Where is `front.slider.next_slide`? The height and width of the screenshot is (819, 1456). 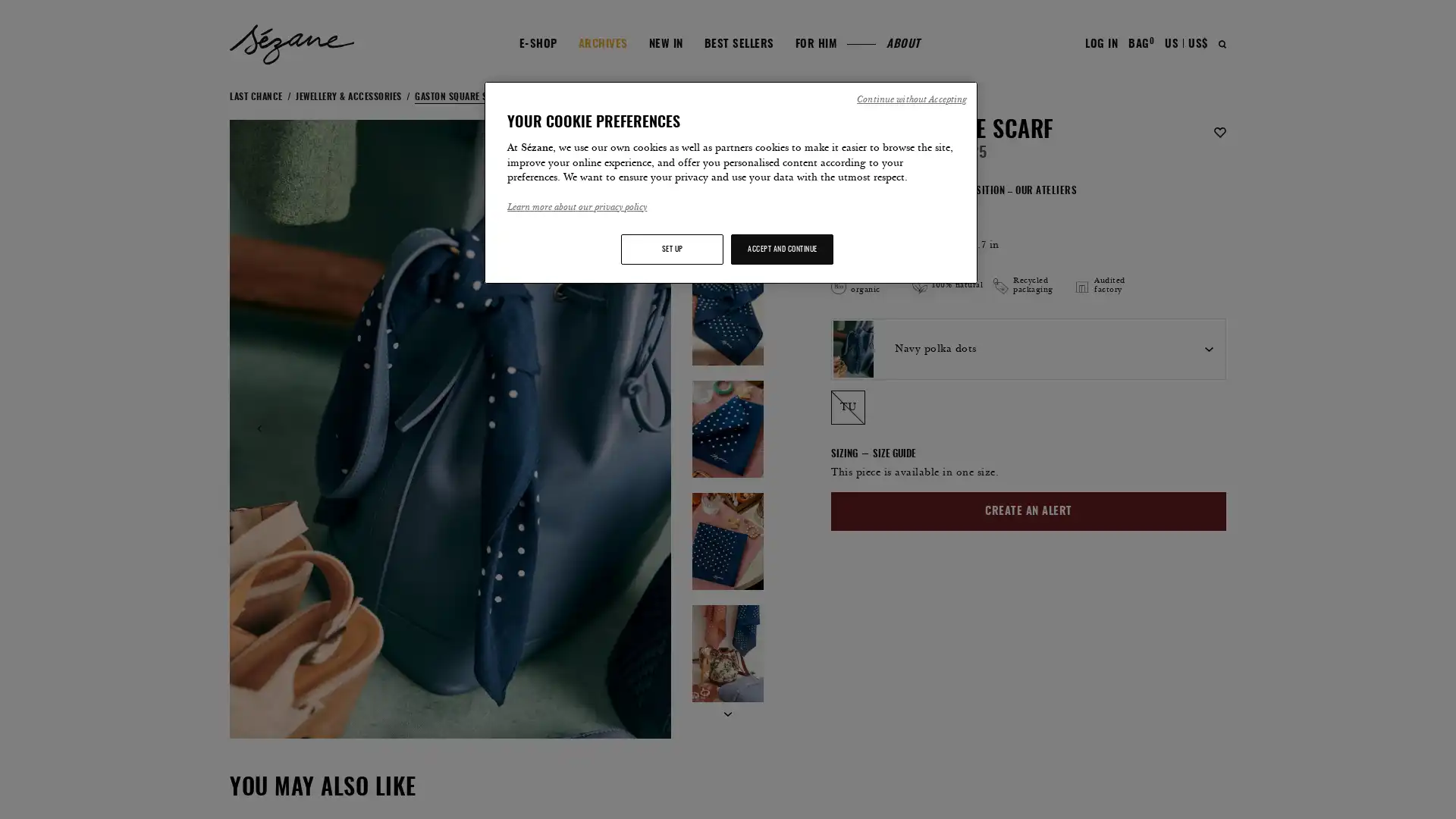
front.slider.next_slide is located at coordinates (641, 428).